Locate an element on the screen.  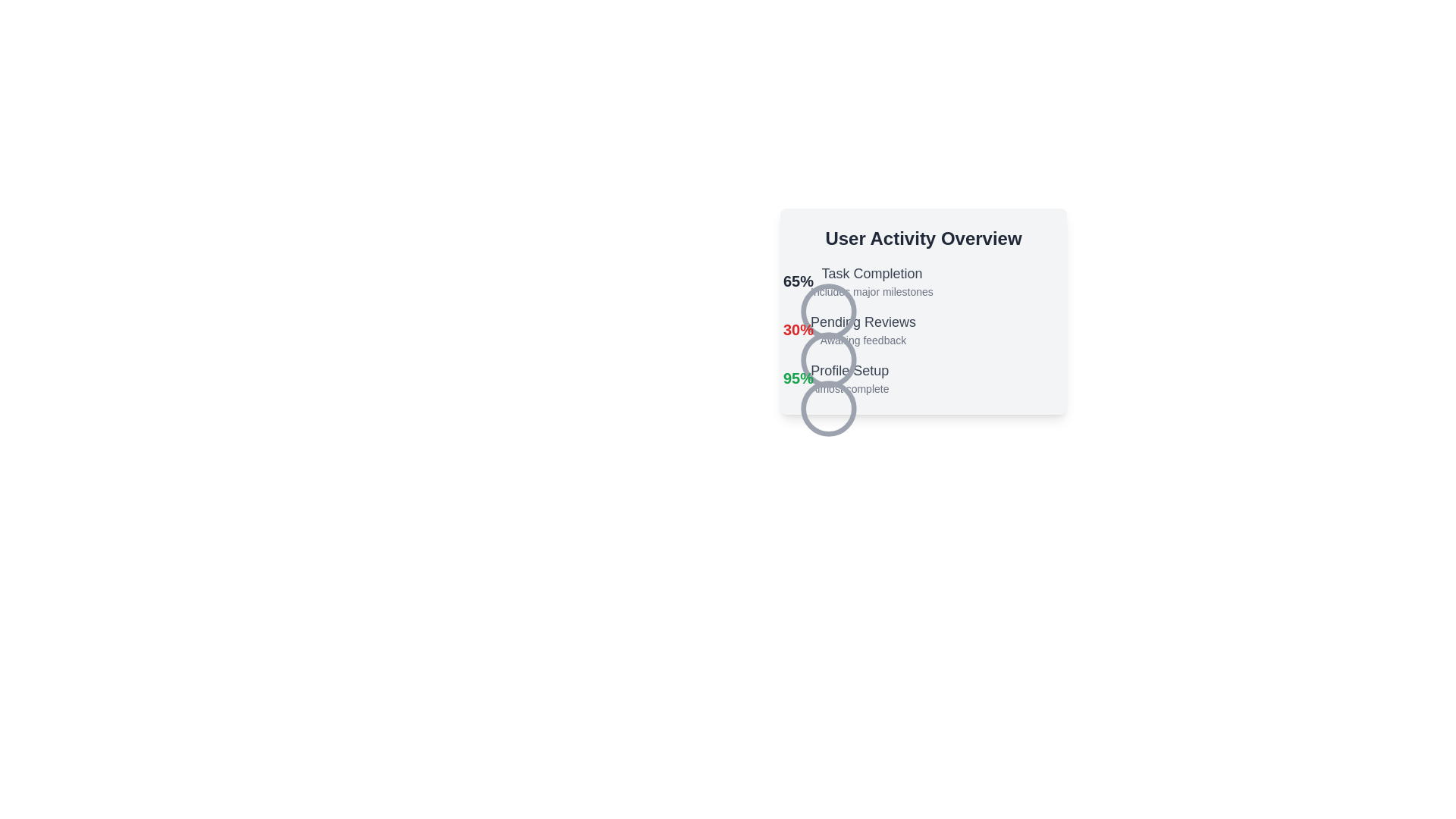
the informational block displaying a progress metric of 65% for task completion is located at coordinates (923, 281).